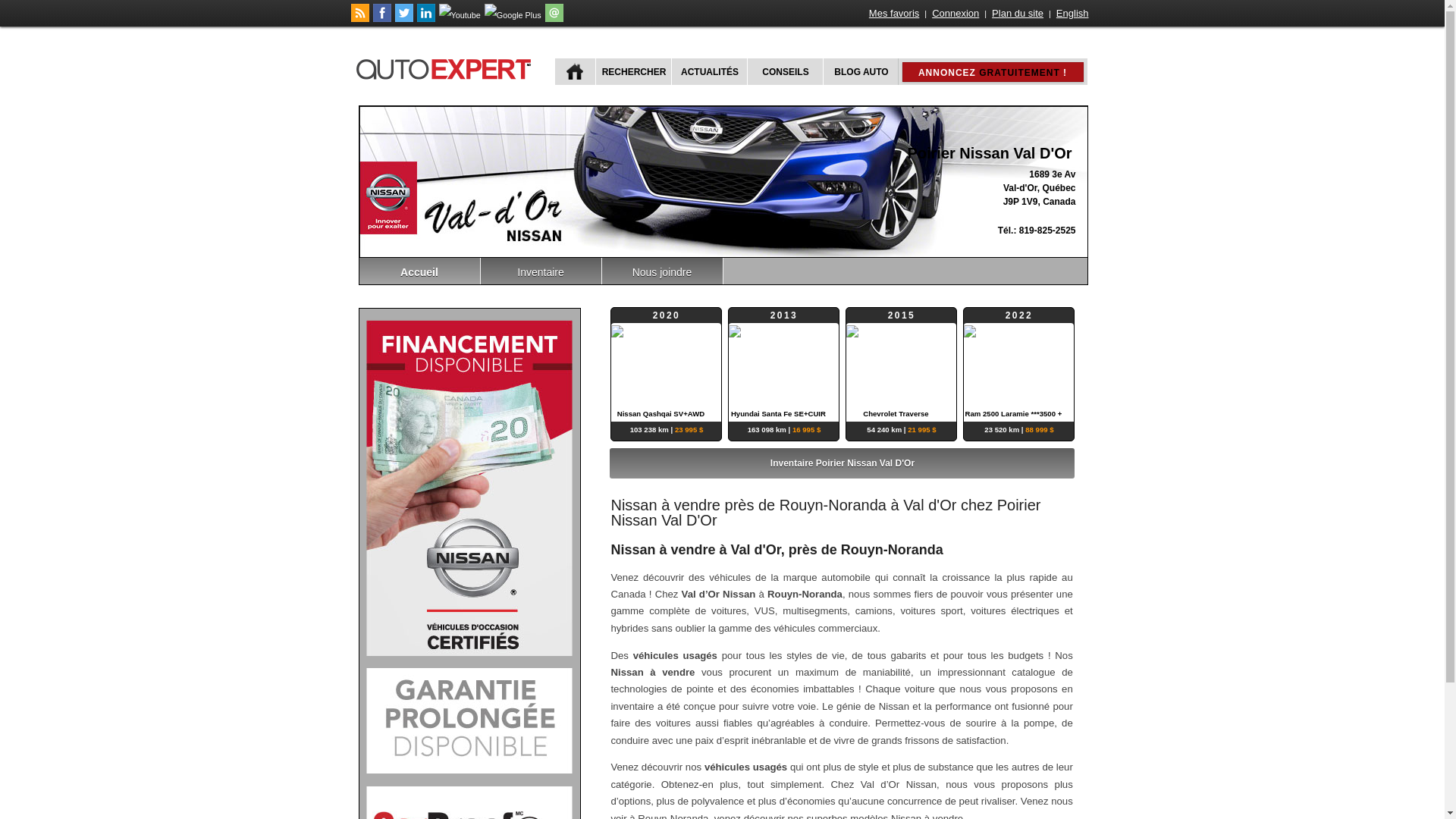 The image size is (1456, 819). I want to click on 'Mes favoris', so click(894, 13).